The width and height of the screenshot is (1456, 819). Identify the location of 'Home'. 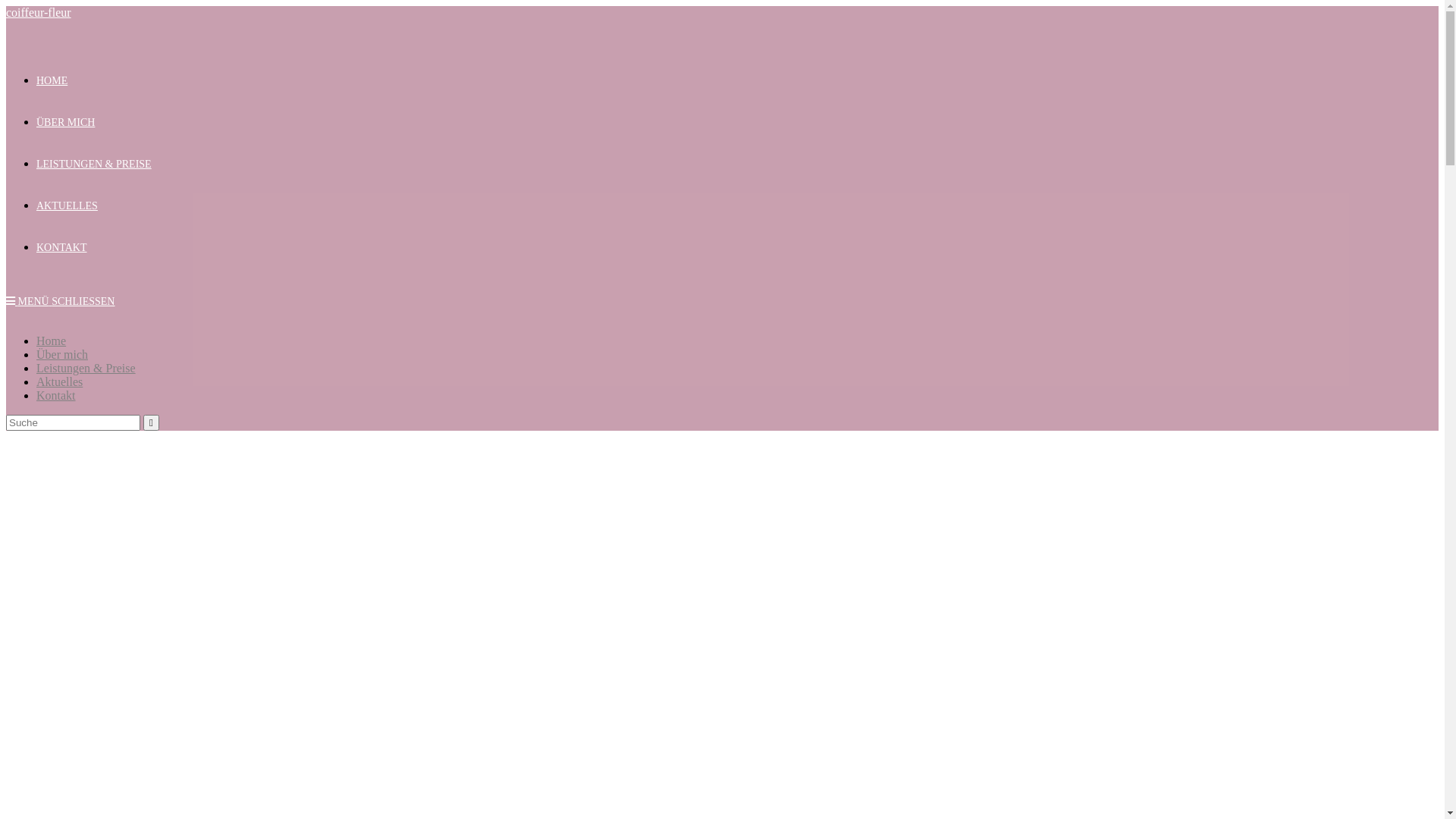
(51, 340).